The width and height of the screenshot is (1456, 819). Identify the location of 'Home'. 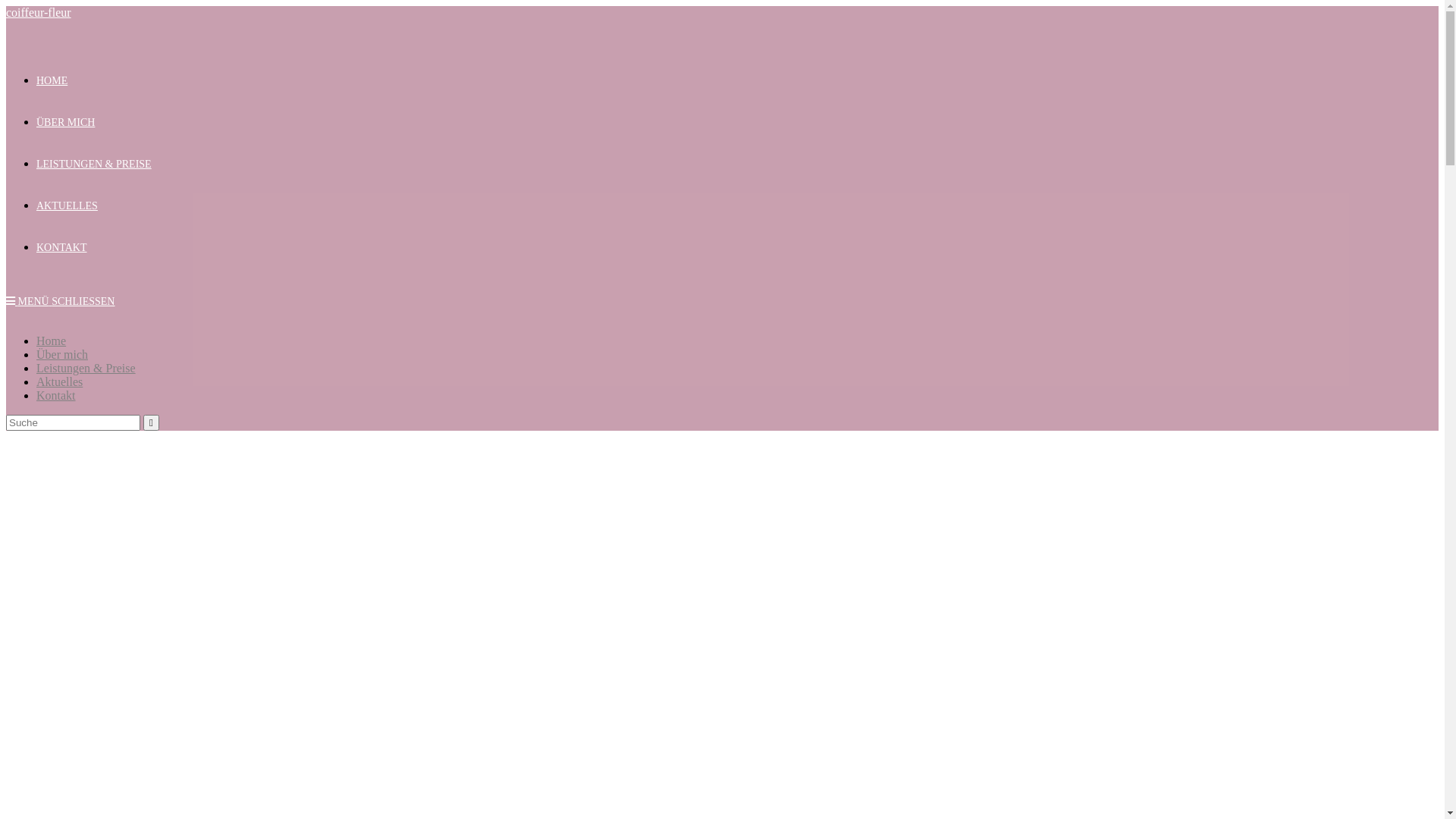
(51, 340).